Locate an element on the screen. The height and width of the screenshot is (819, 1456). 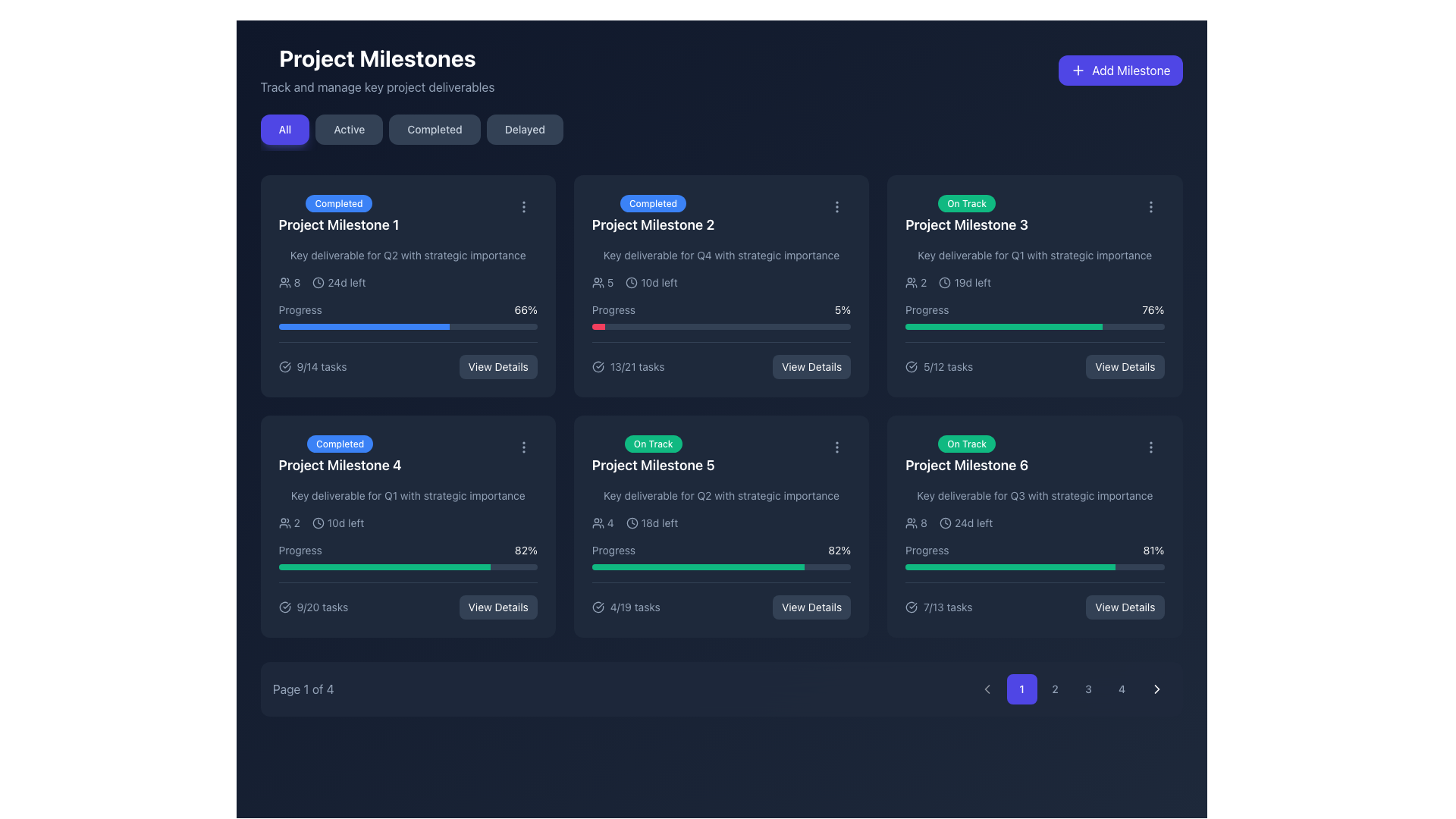
the icon representing a group of two or more people located in the 'Project Milestone 1' card, adjacent to the numerical text '8' is located at coordinates (284, 283).